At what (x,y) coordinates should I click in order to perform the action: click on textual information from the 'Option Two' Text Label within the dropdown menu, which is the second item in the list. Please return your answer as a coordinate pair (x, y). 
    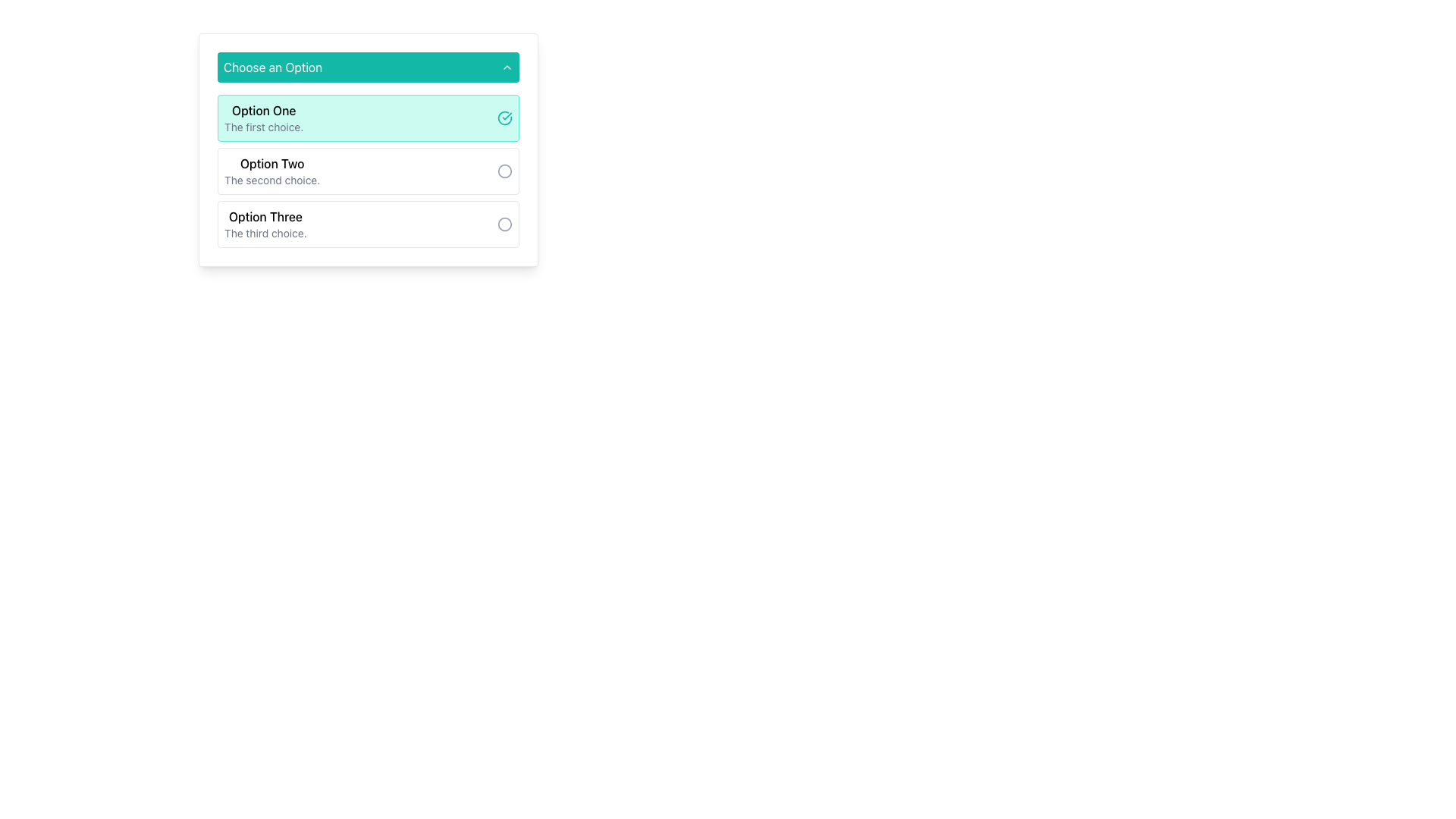
    Looking at the image, I should click on (272, 171).